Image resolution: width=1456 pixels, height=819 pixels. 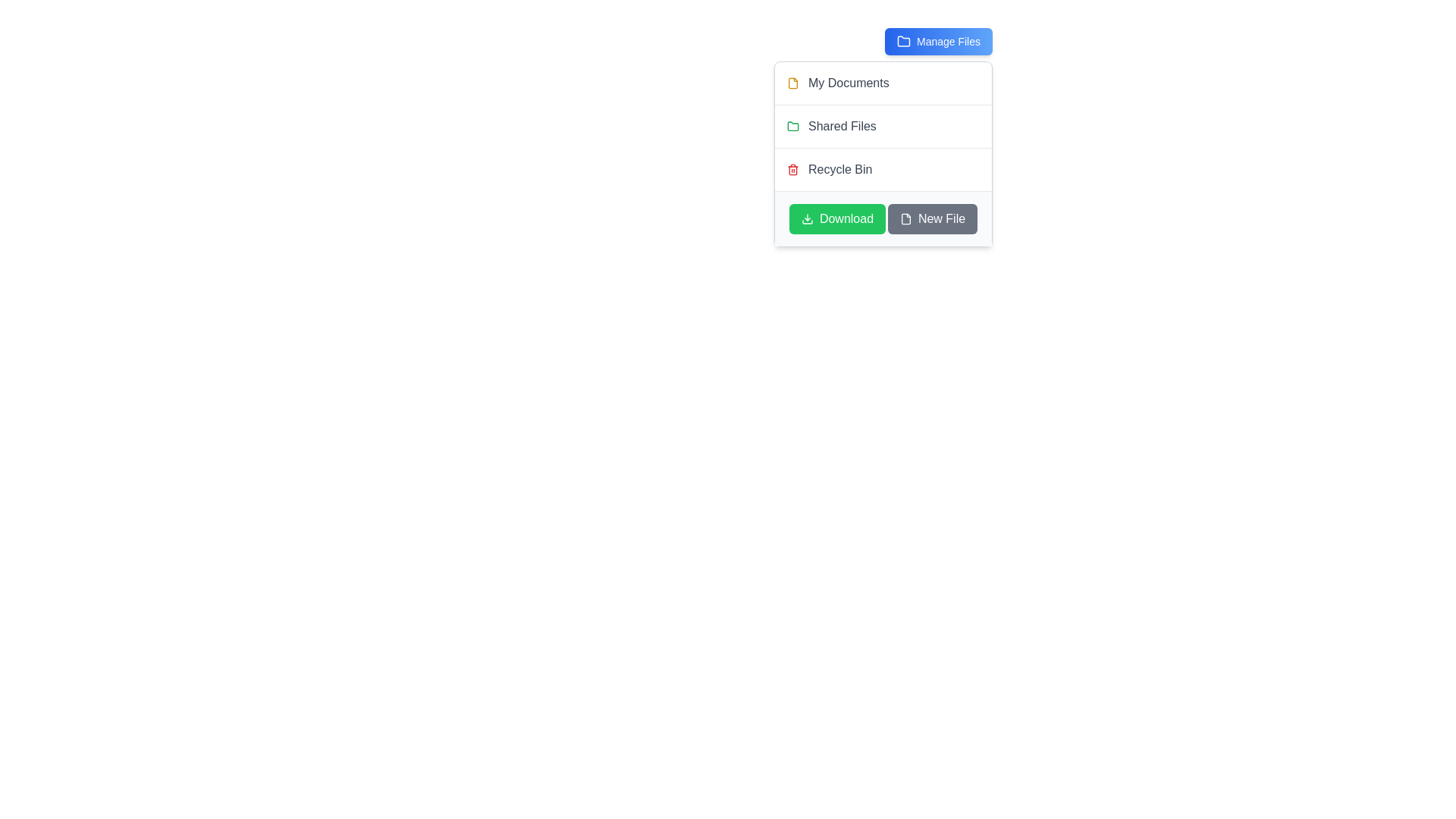 What do you see at coordinates (792, 83) in the screenshot?
I see `the document icon, which is a yellow outlined icon with a folded edge, positioned to the left of the 'My Documents' text` at bounding box center [792, 83].